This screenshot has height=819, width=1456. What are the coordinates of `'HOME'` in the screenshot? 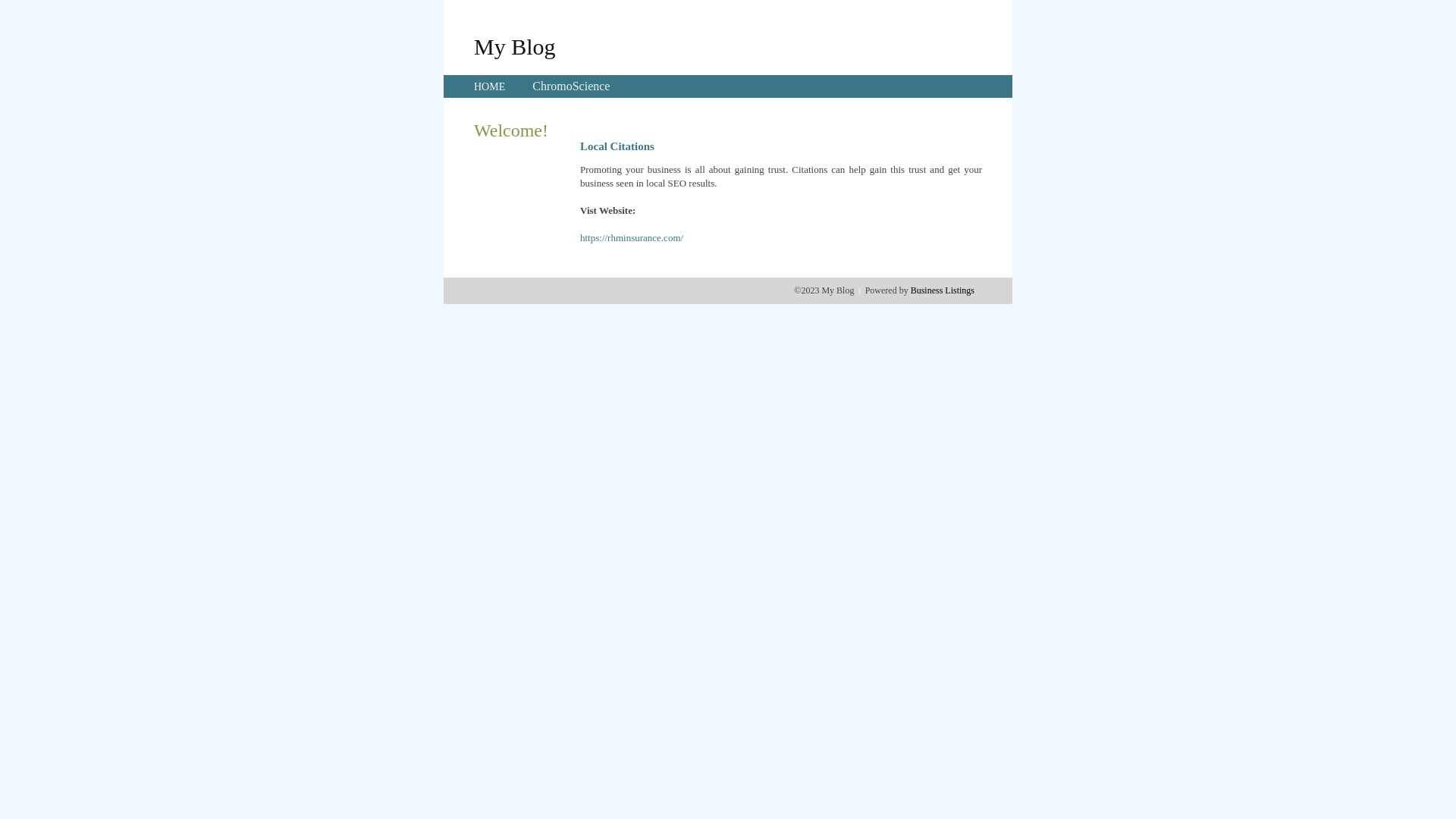 It's located at (489, 86).